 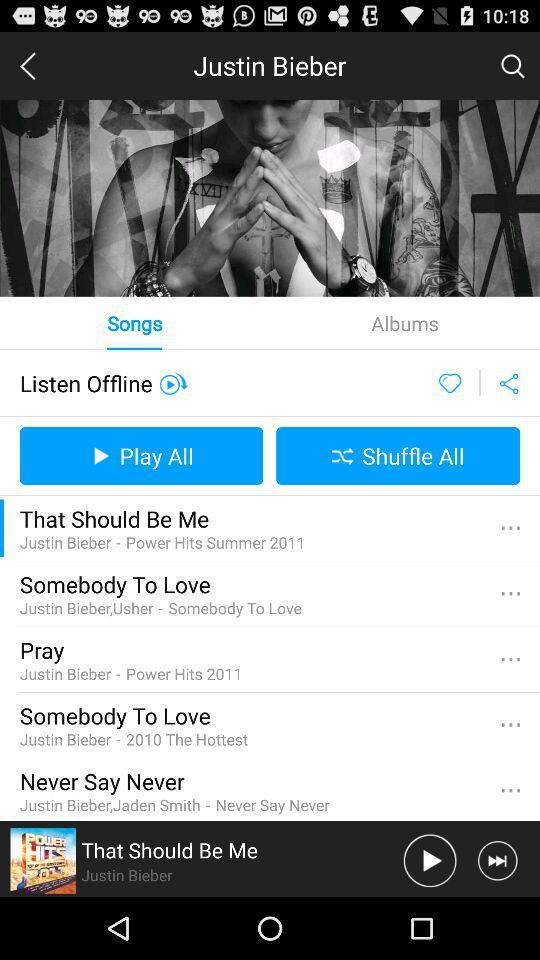 What do you see at coordinates (429, 921) in the screenshot?
I see `the play icon` at bounding box center [429, 921].